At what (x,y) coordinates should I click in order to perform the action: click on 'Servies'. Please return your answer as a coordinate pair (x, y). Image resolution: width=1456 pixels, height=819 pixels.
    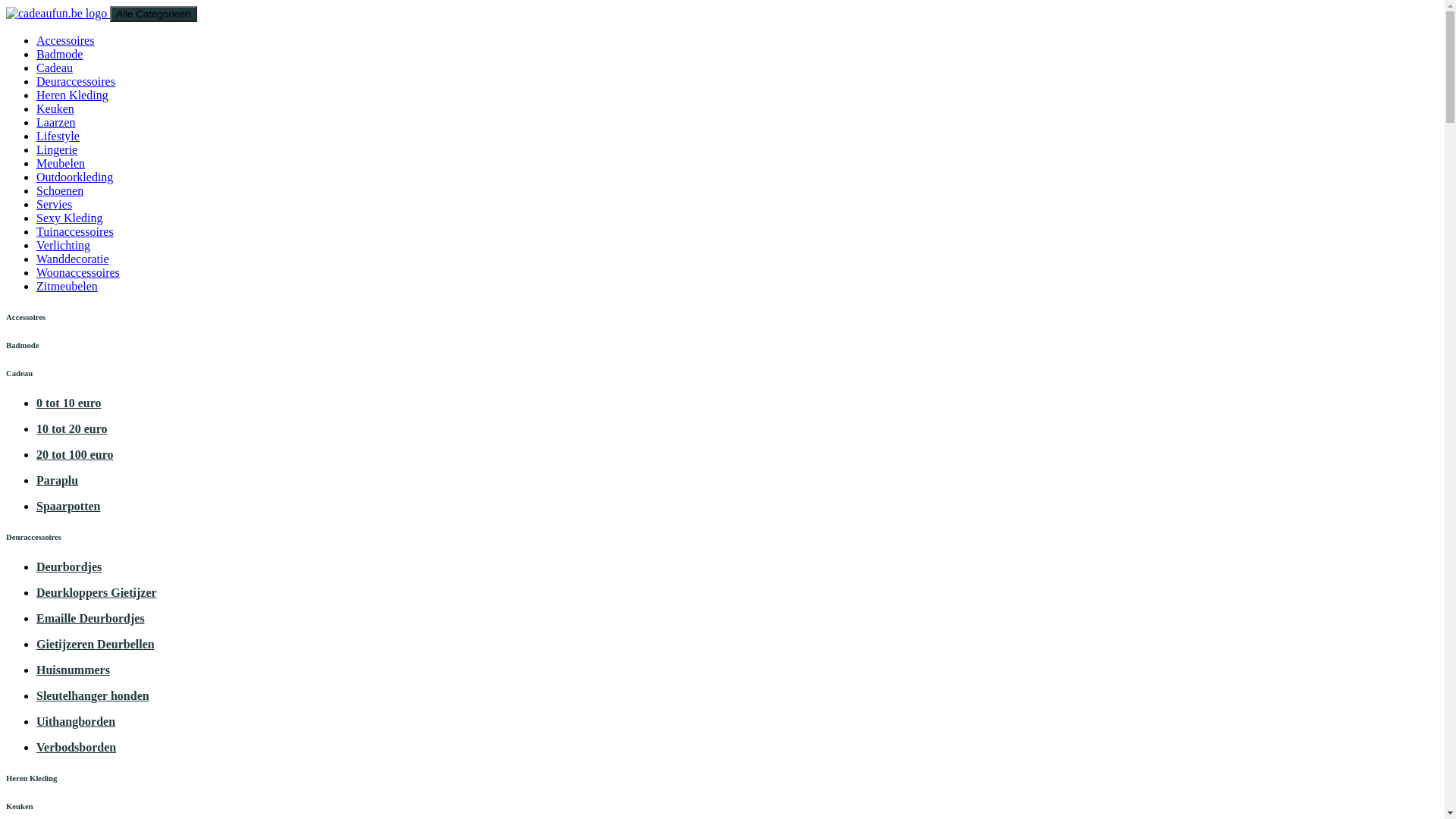
    Looking at the image, I should click on (54, 203).